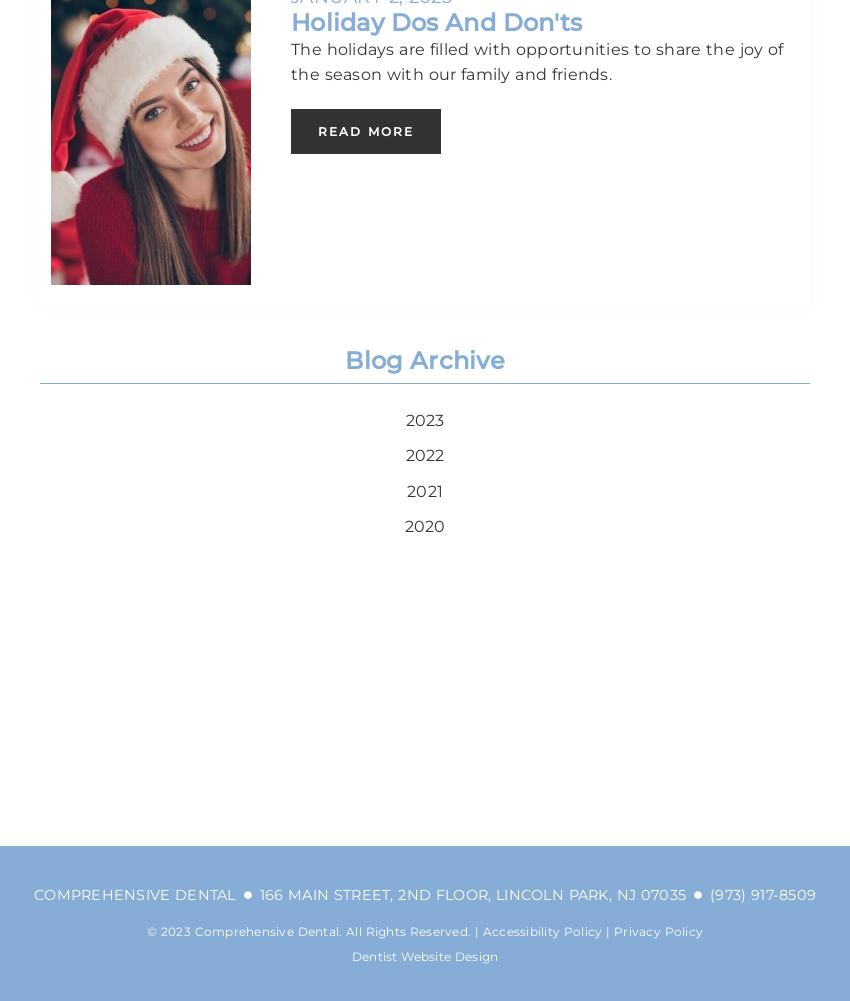 Image resolution: width=850 pixels, height=1001 pixels. Describe the element at coordinates (425, 490) in the screenshot. I see `'2021'` at that location.